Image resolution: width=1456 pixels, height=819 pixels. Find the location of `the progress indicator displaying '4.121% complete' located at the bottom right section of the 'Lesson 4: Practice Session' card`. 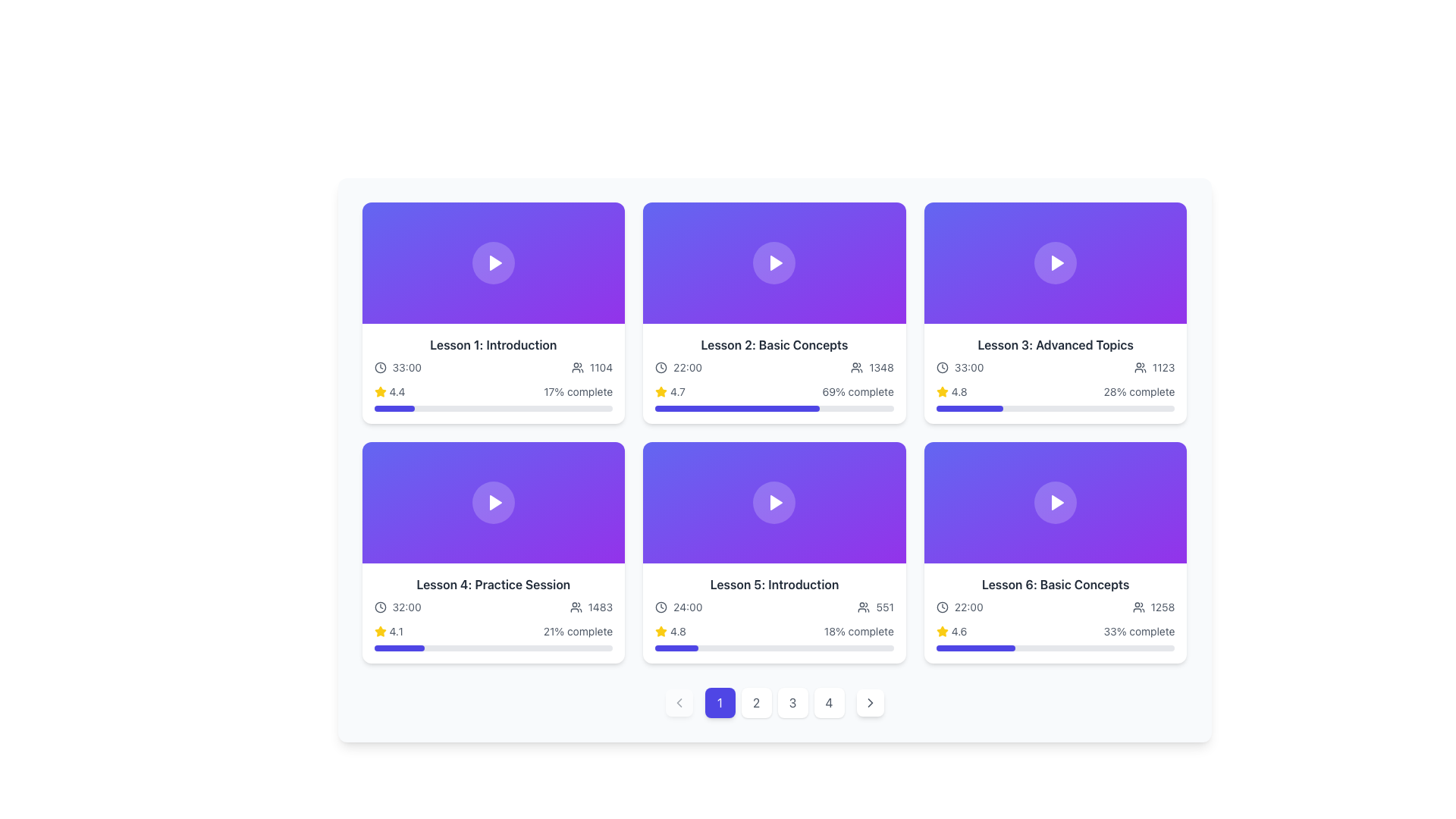

the progress indicator displaying '4.121% complete' located at the bottom right section of the 'Lesson 4: Practice Session' card is located at coordinates (493, 637).